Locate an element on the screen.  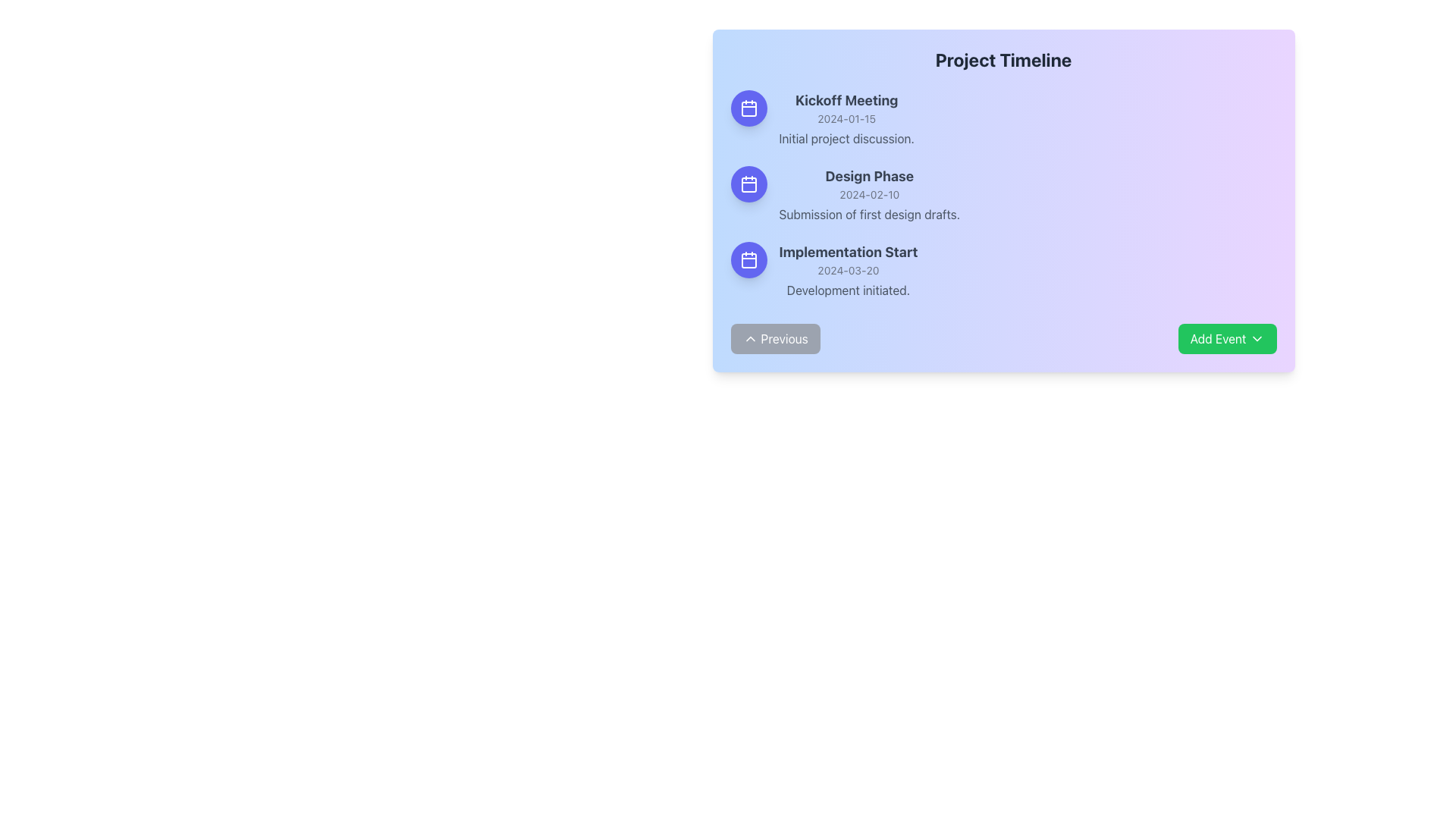
the leftmost calendar event icon in the first row of the 'Project Timeline' section, next to 'Kickoff Meeting' is located at coordinates (748, 107).